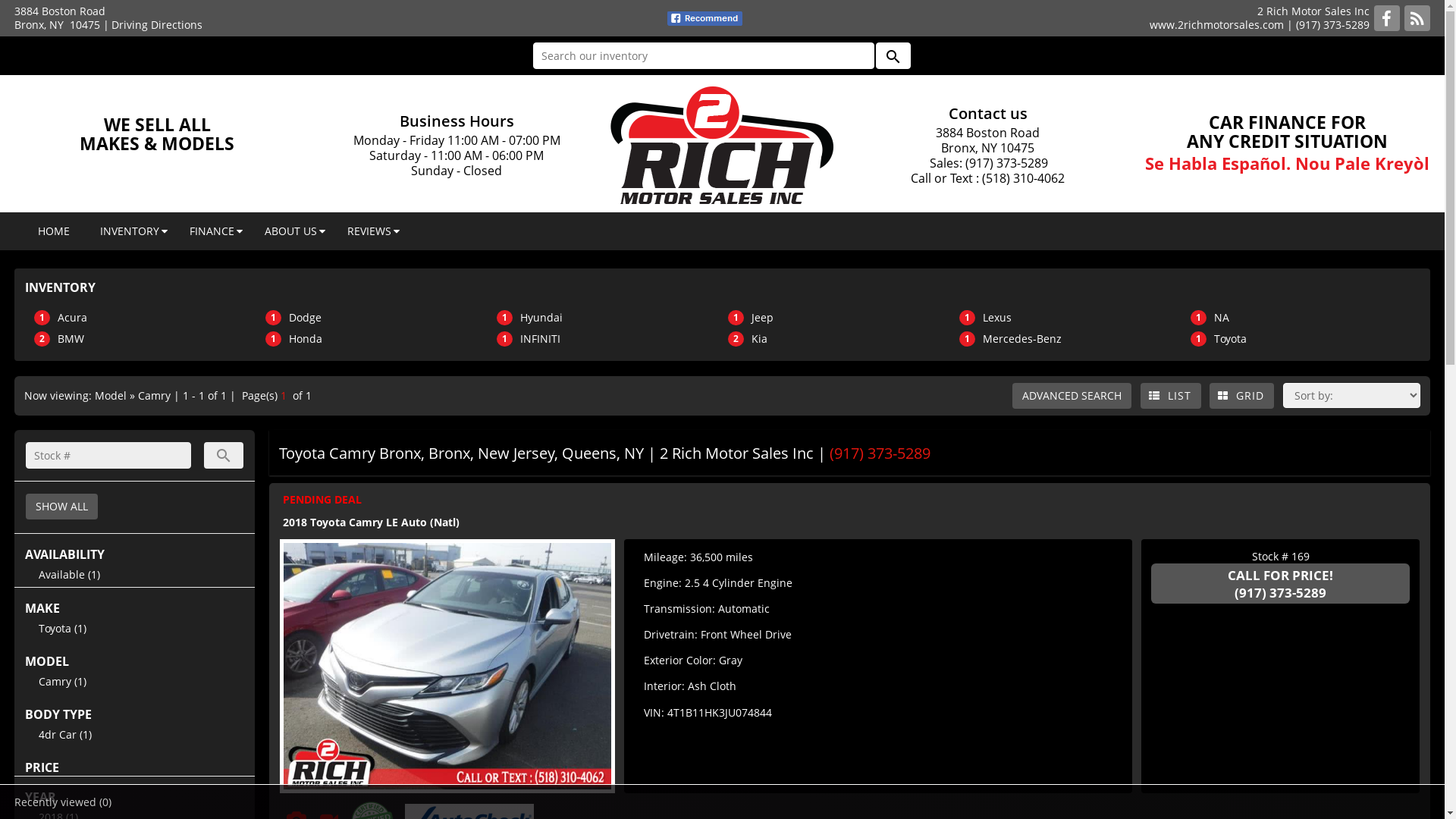 The width and height of the screenshot is (1456, 819). I want to click on 'INVENTORY', so click(130, 231).